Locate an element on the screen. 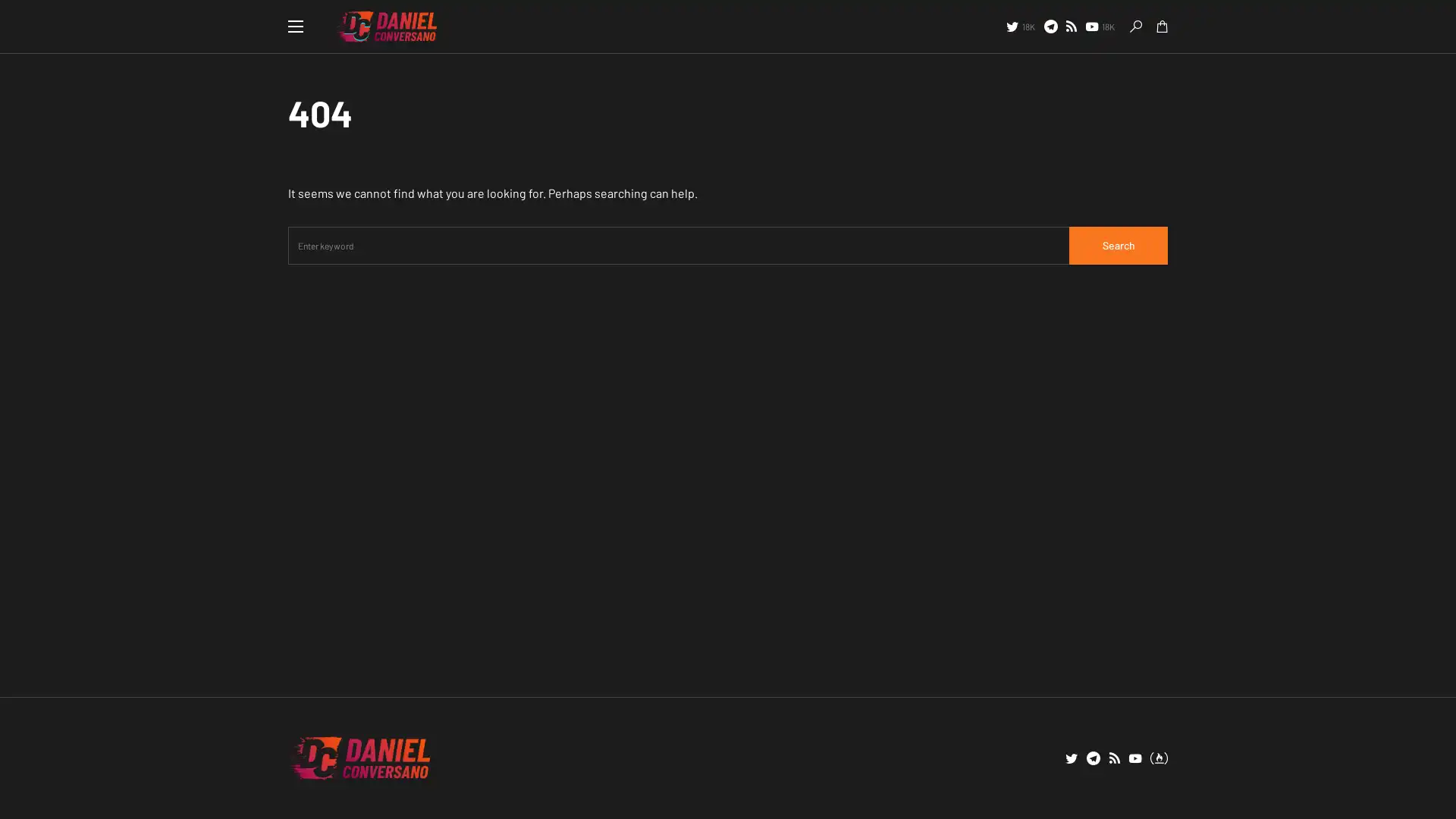 The width and height of the screenshot is (1456, 819). Search is located at coordinates (1118, 245).